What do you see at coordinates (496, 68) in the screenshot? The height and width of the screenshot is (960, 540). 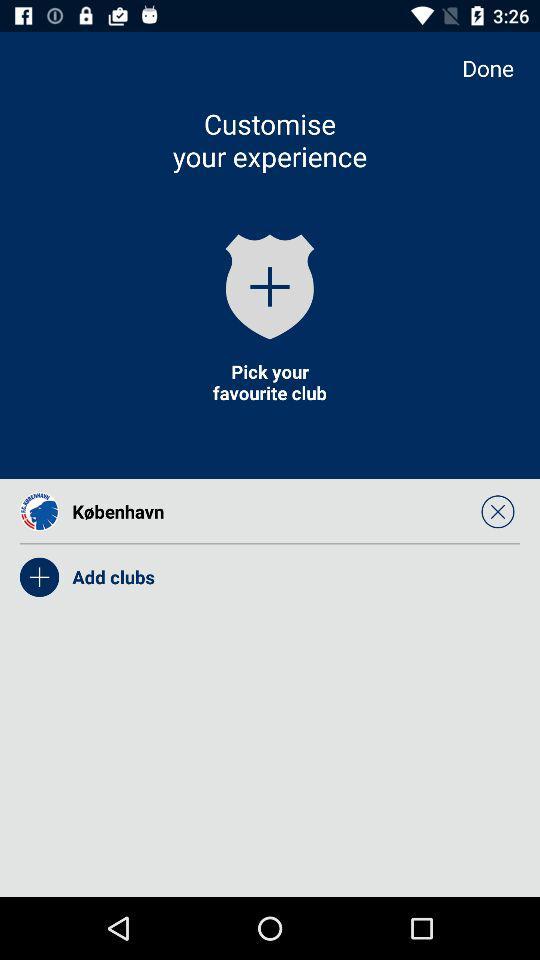 I see `the done item` at bounding box center [496, 68].